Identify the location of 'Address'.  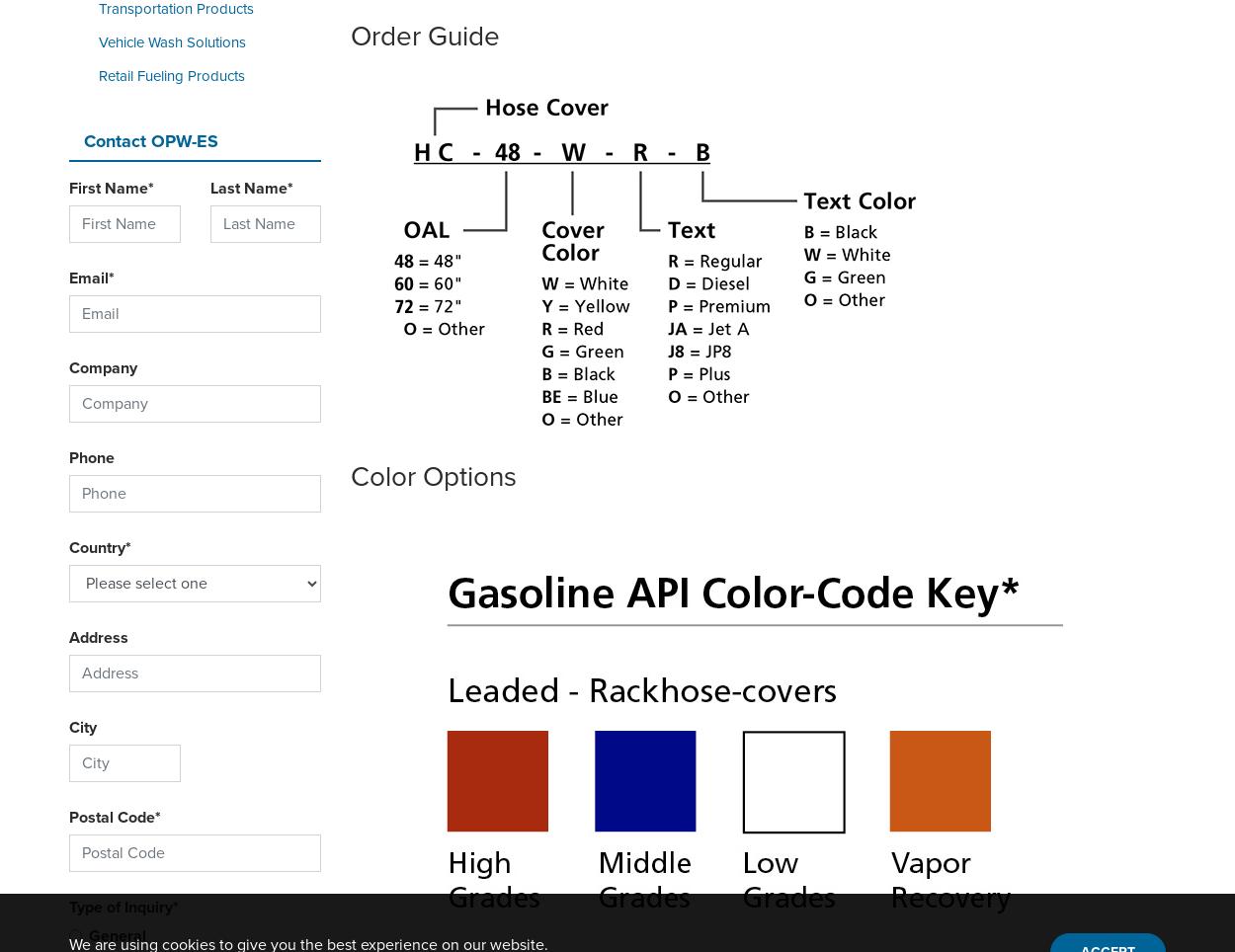
(98, 636).